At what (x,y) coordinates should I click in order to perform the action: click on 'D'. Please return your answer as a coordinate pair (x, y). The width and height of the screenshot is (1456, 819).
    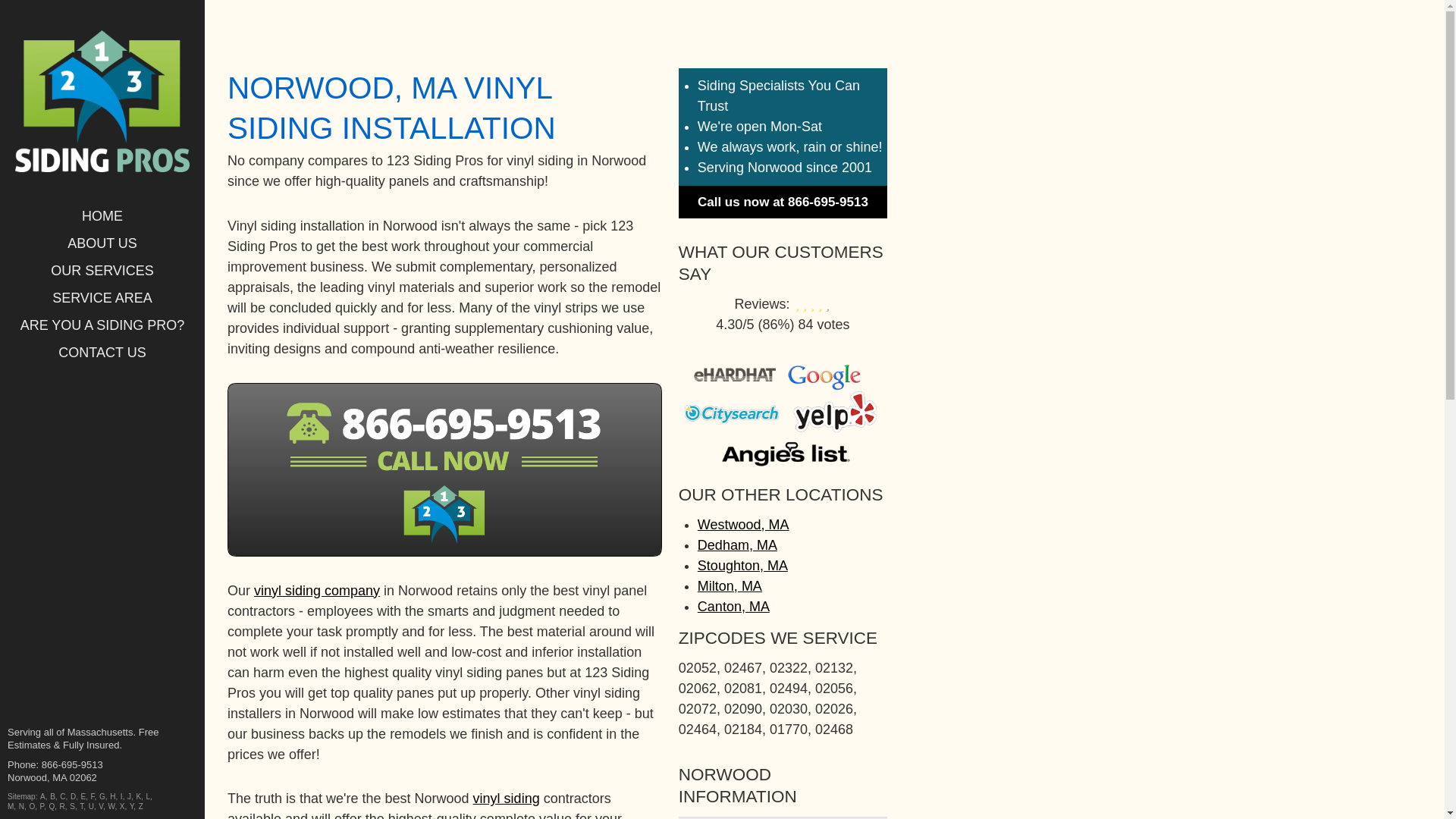
    Looking at the image, I should click on (72, 795).